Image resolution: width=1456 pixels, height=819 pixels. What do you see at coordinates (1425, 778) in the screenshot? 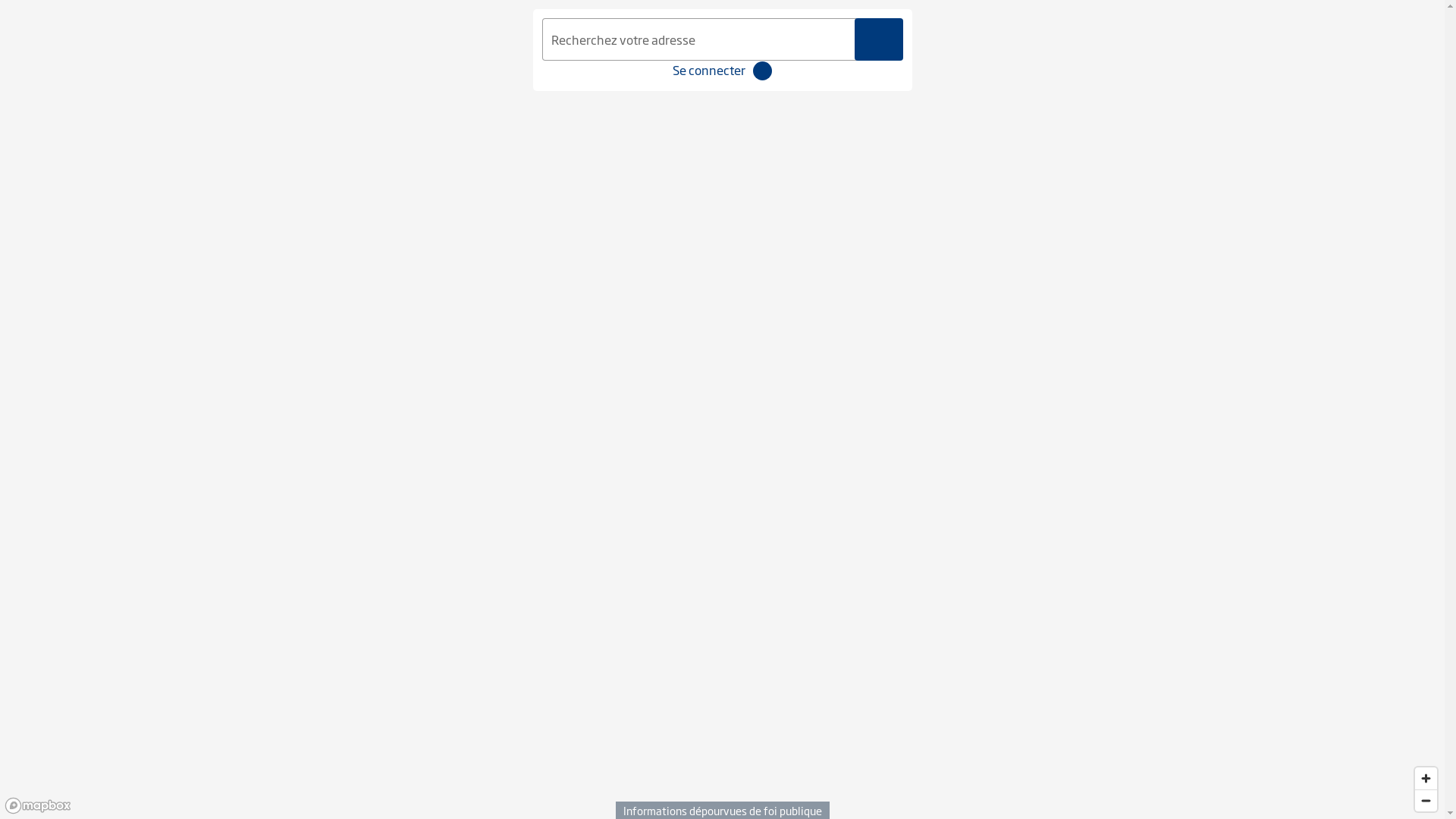
I see `'Zoom in'` at bounding box center [1425, 778].